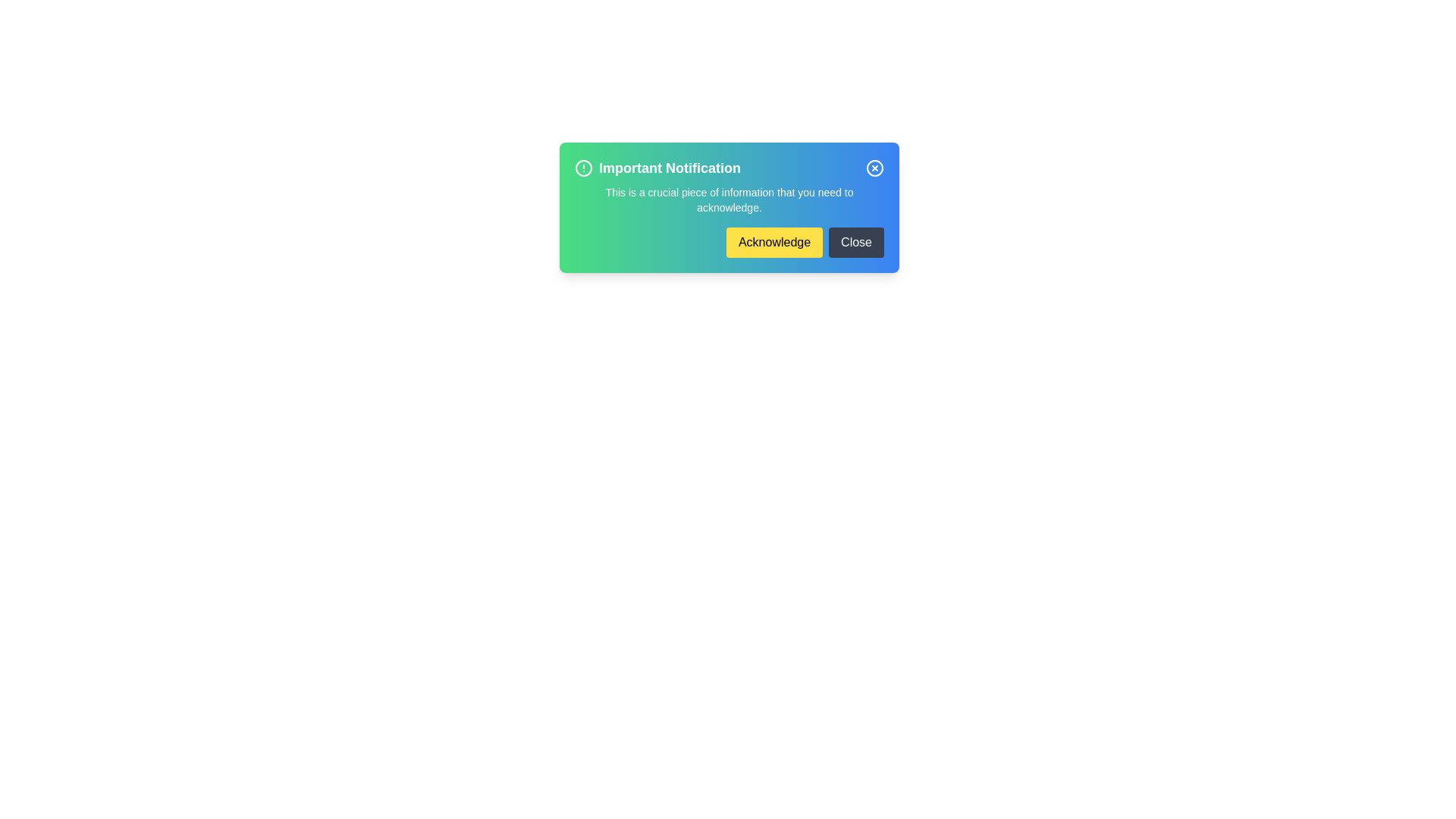  What do you see at coordinates (774, 242) in the screenshot?
I see `the yellow 'Acknowledge' button with rounded corners located on the right side of the notification dialog box to acknowledge` at bounding box center [774, 242].